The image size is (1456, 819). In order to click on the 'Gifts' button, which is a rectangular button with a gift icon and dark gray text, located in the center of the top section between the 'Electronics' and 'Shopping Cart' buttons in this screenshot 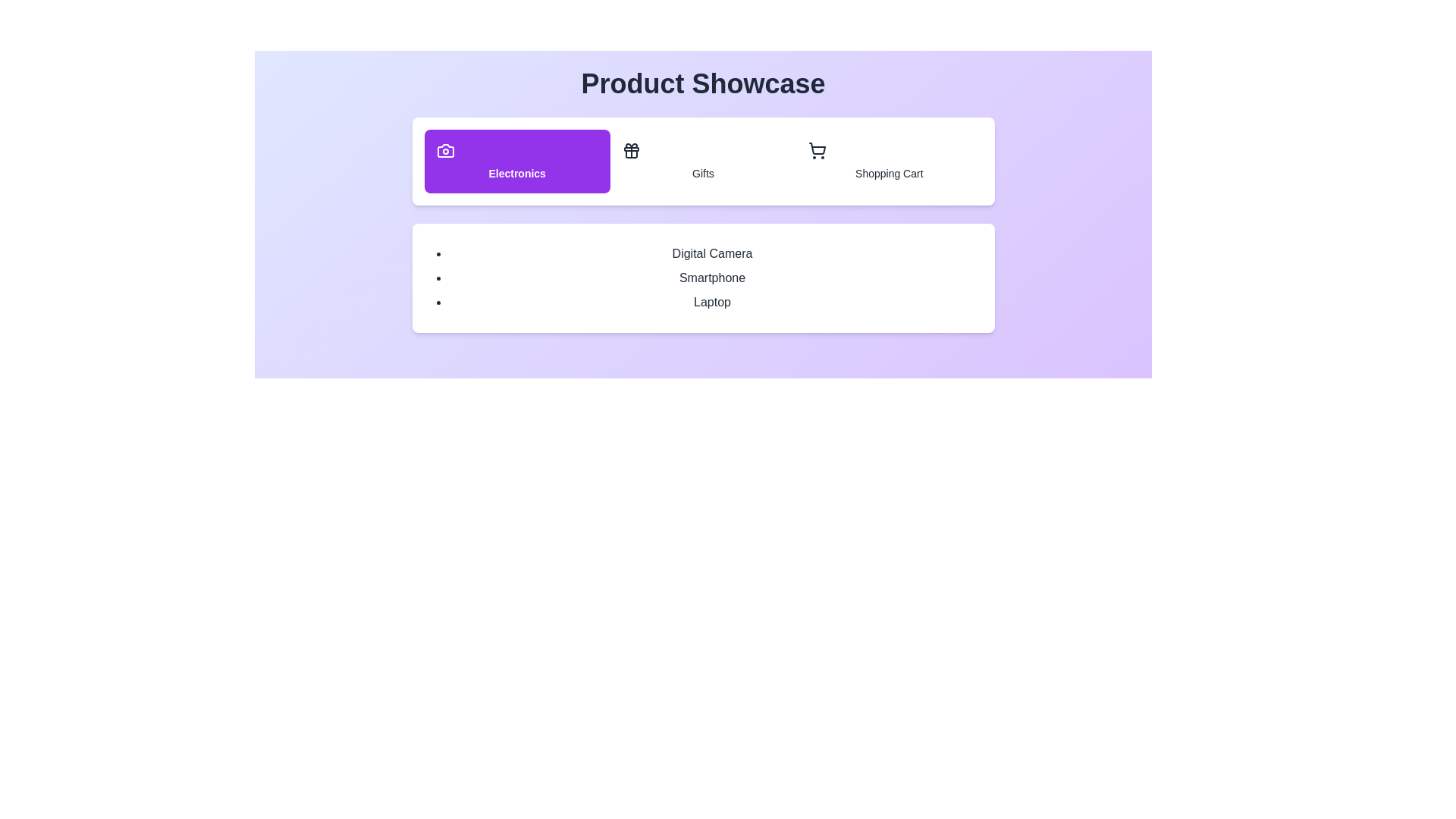, I will do `click(702, 161)`.